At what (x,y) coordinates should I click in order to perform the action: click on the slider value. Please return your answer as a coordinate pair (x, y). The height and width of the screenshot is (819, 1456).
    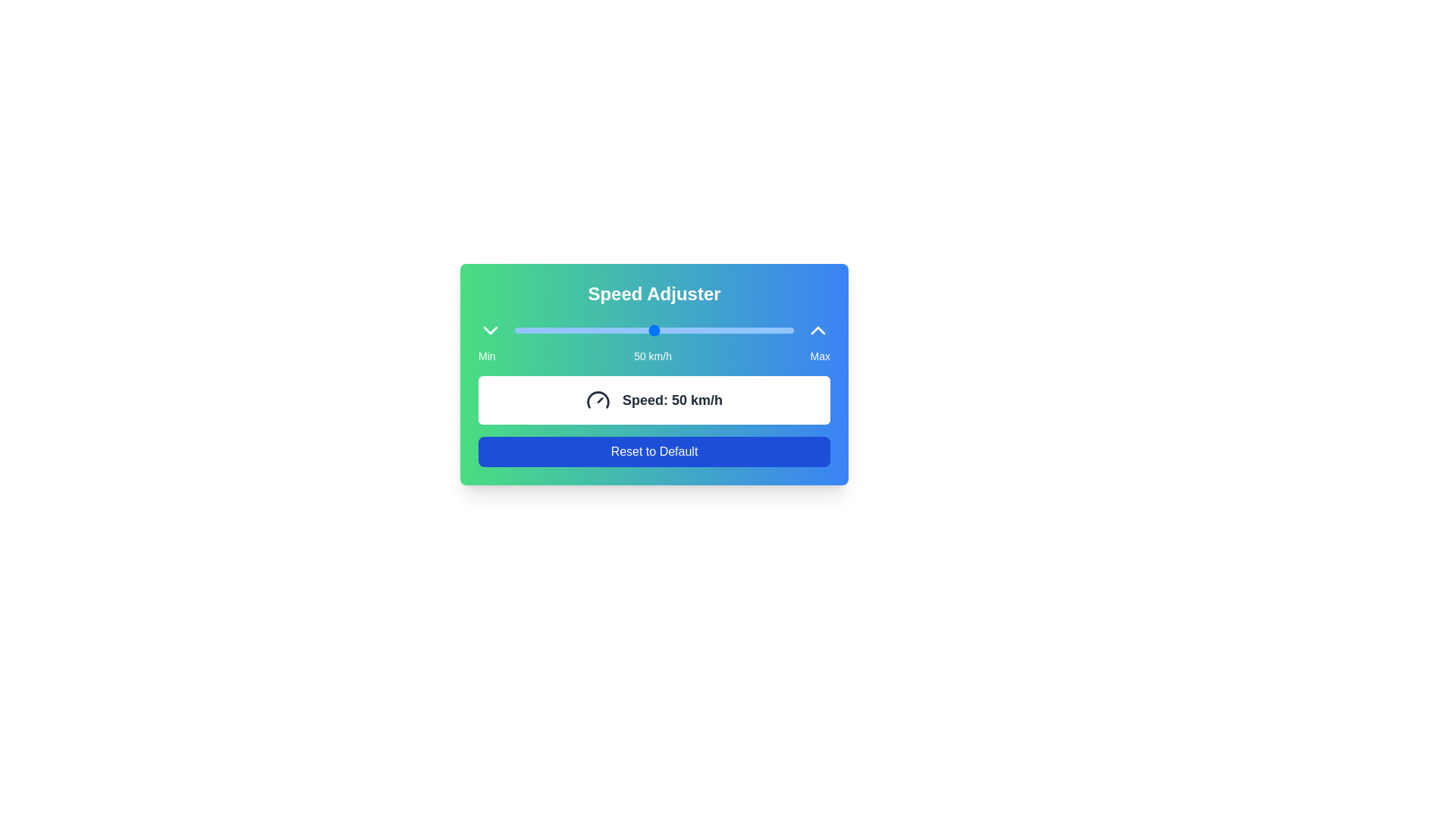
    Looking at the image, I should click on (790, 329).